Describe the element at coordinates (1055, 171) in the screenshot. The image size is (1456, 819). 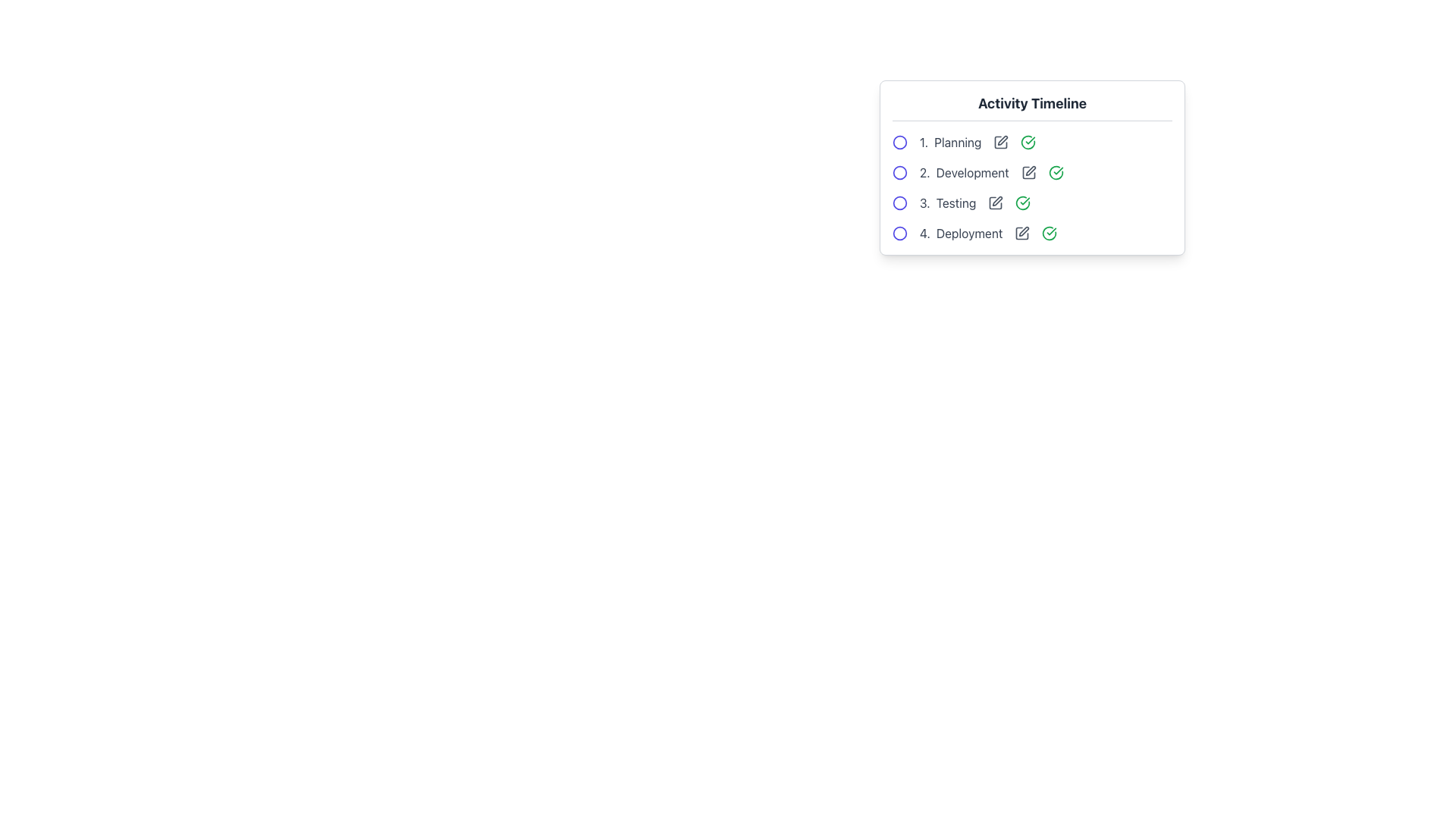
I see `the circular green check mark icon located to the right of the text '2. Development' in the 'Activity Timeline' list` at that location.